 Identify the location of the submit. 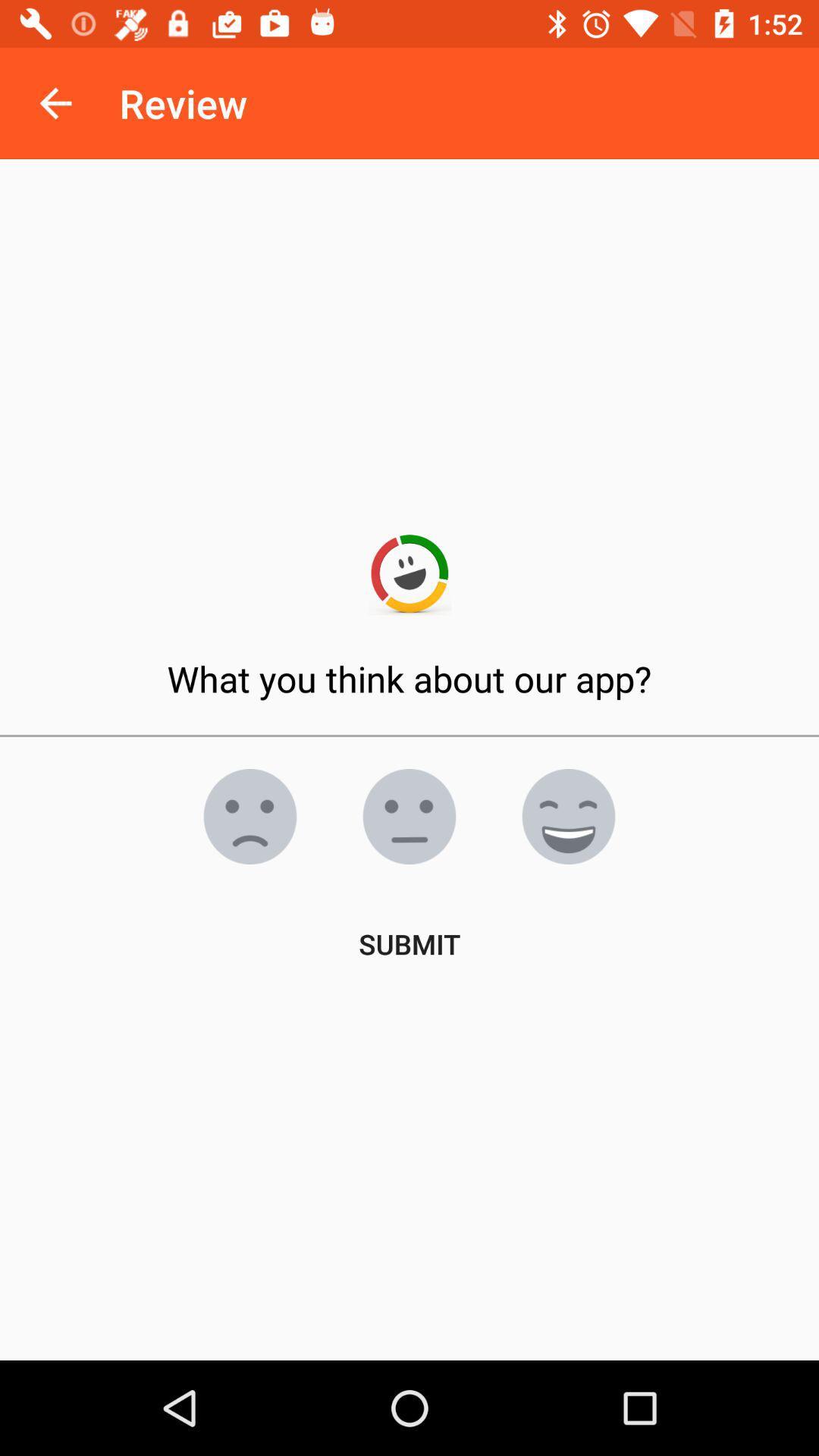
(409, 943).